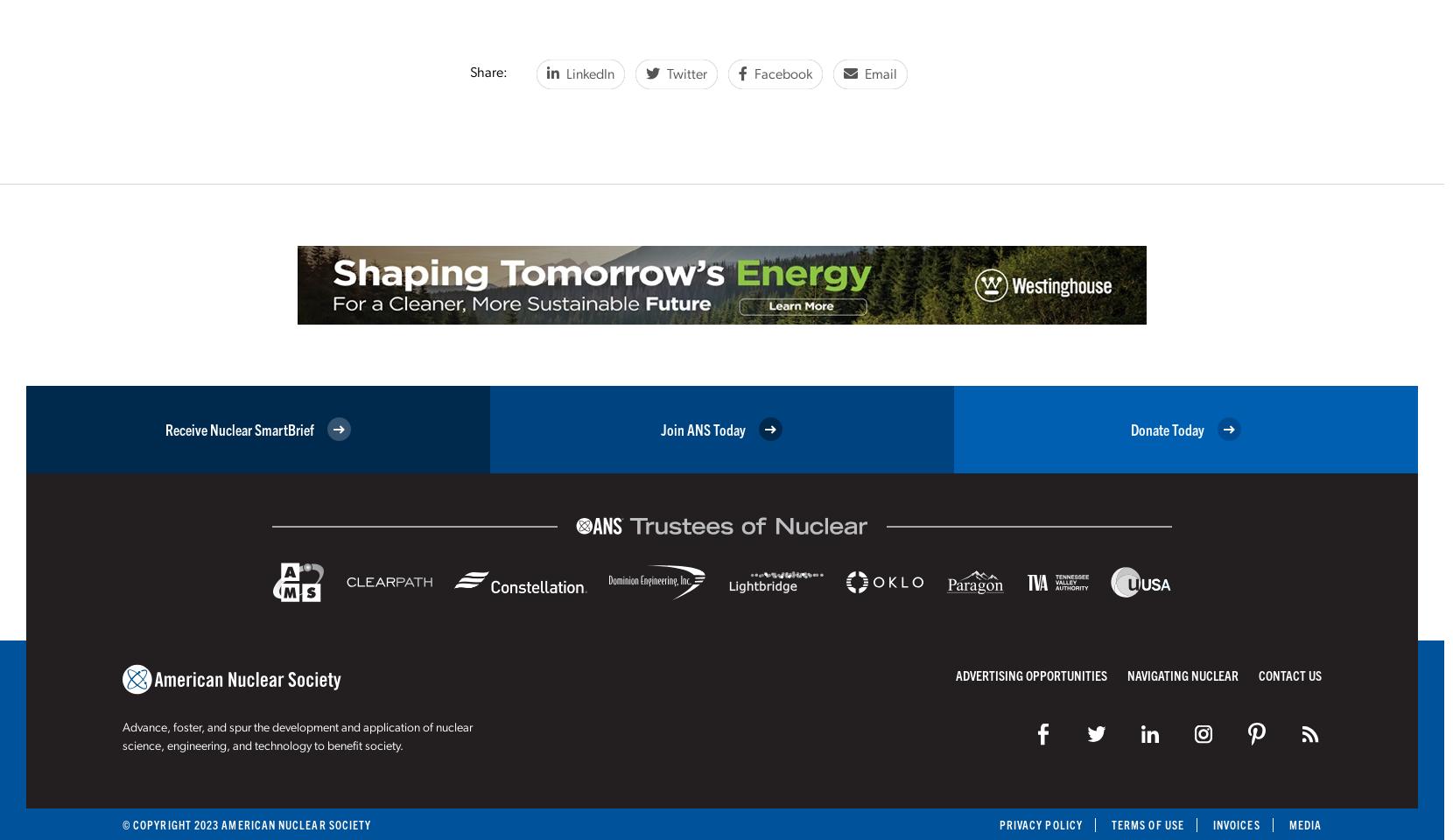 This screenshot has height=840, width=1453. I want to click on 'Advance, foster, and spur the development and application of nuclear science, engineering, and technology to benefit society.', so click(122, 736).